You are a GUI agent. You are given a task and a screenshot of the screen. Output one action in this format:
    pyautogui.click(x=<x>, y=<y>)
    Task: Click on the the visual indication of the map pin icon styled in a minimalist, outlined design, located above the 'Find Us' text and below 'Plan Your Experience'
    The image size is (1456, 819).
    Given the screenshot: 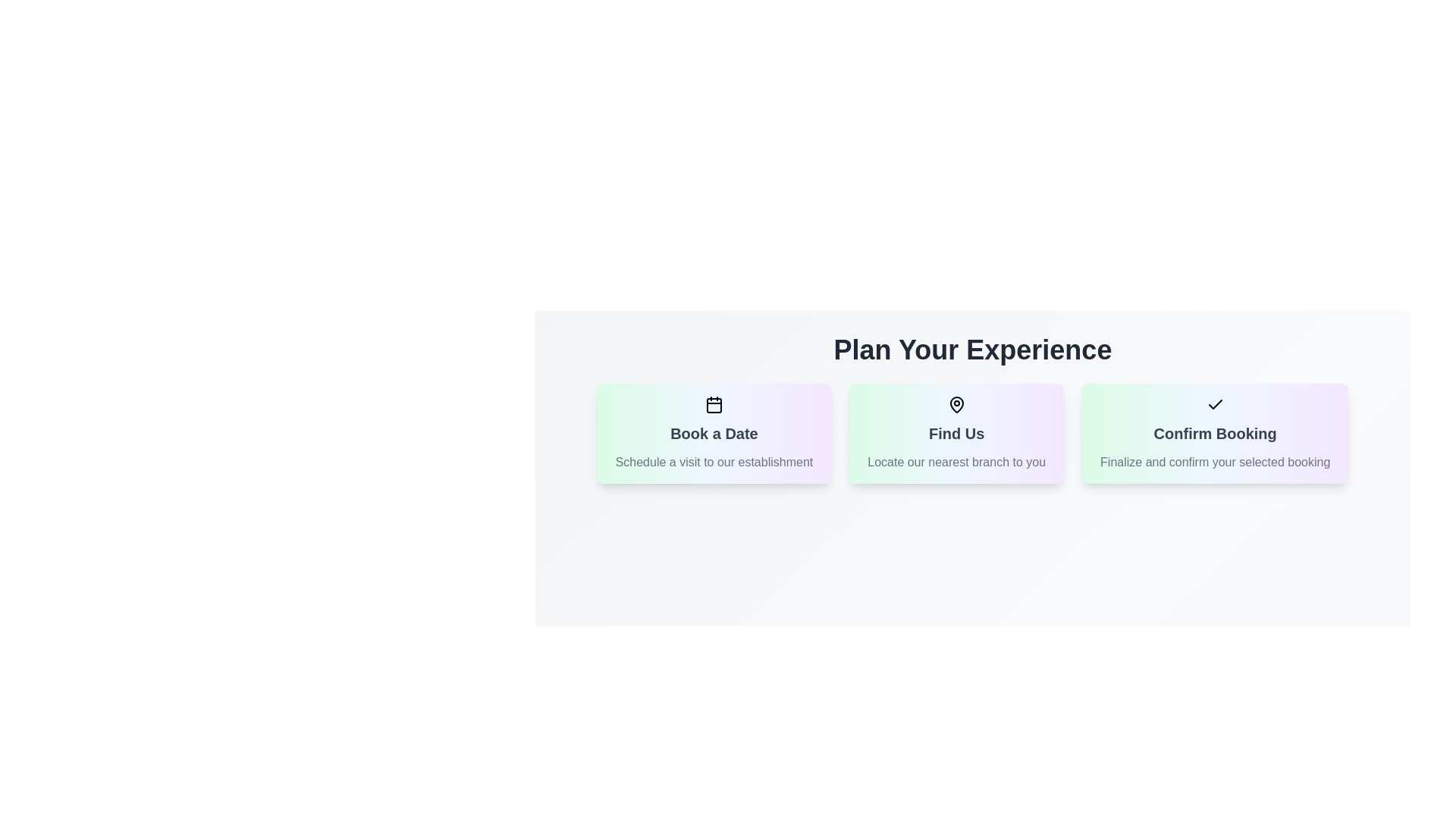 What is the action you would take?
    pyautogui.click(x=955, y=403)
    